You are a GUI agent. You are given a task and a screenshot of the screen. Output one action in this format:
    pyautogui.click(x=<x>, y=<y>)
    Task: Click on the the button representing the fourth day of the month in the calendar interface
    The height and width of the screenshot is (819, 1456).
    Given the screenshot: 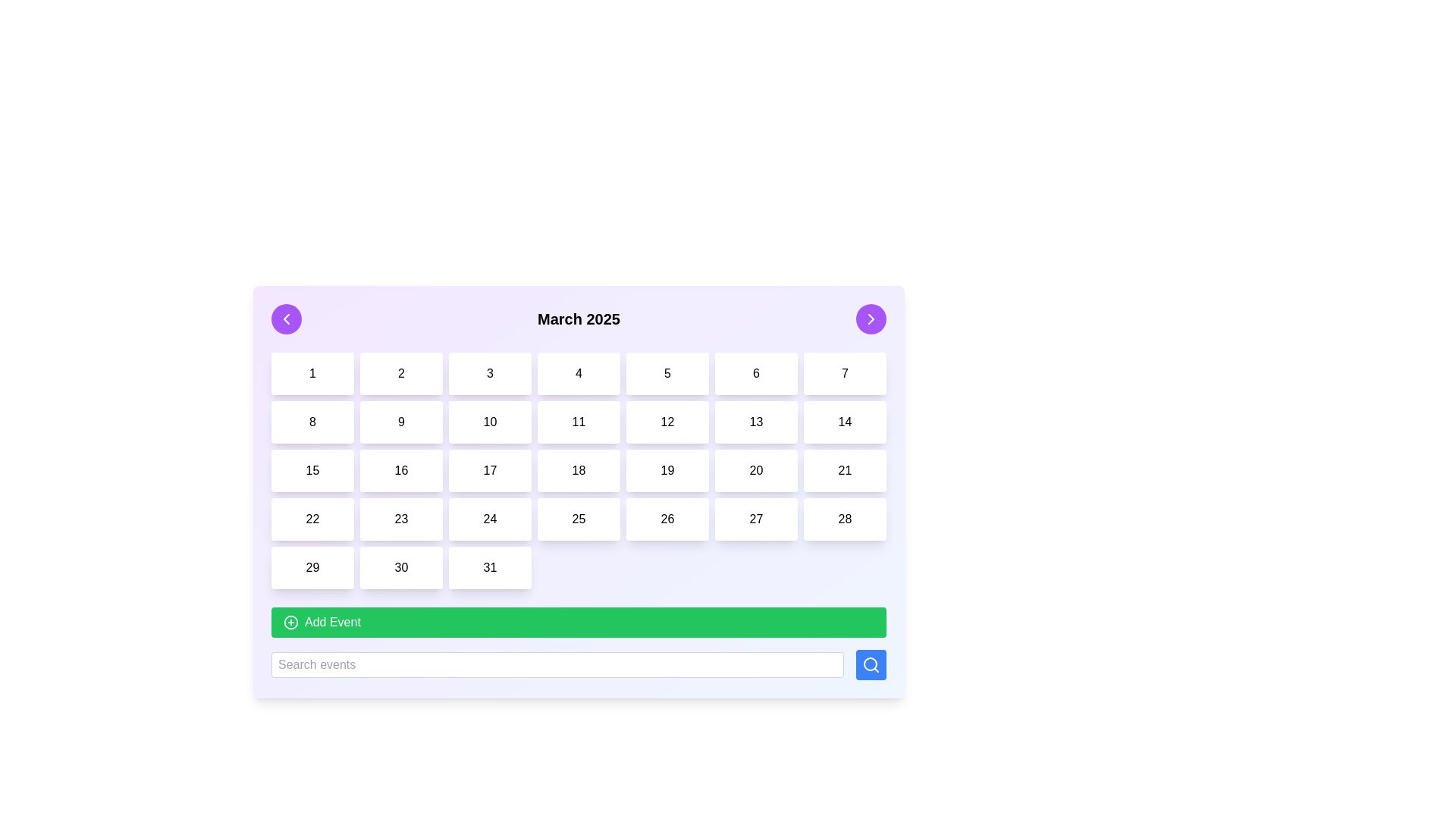 What is the action you would take?
    pyautogui.click(x=578, y=374)
    